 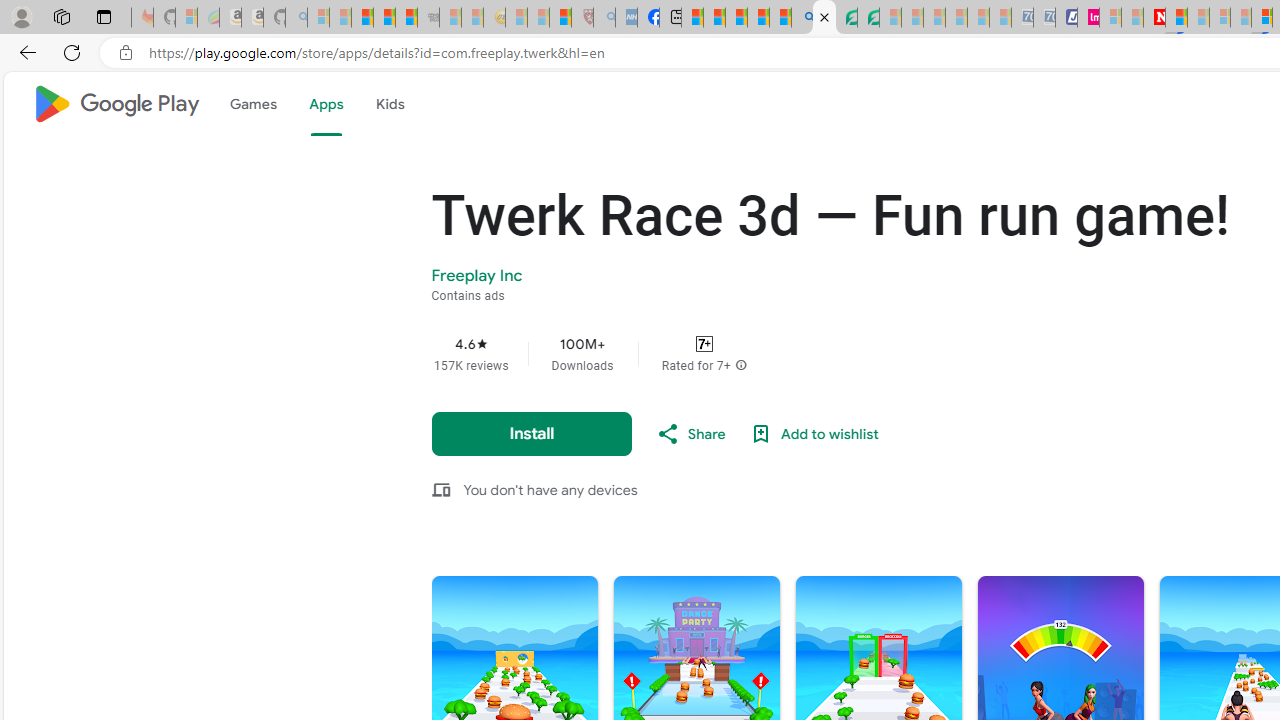 What do you see at coordinates (389, 104) in the screenshot?
I see `'Kids'` at bounding box center [389, 104].